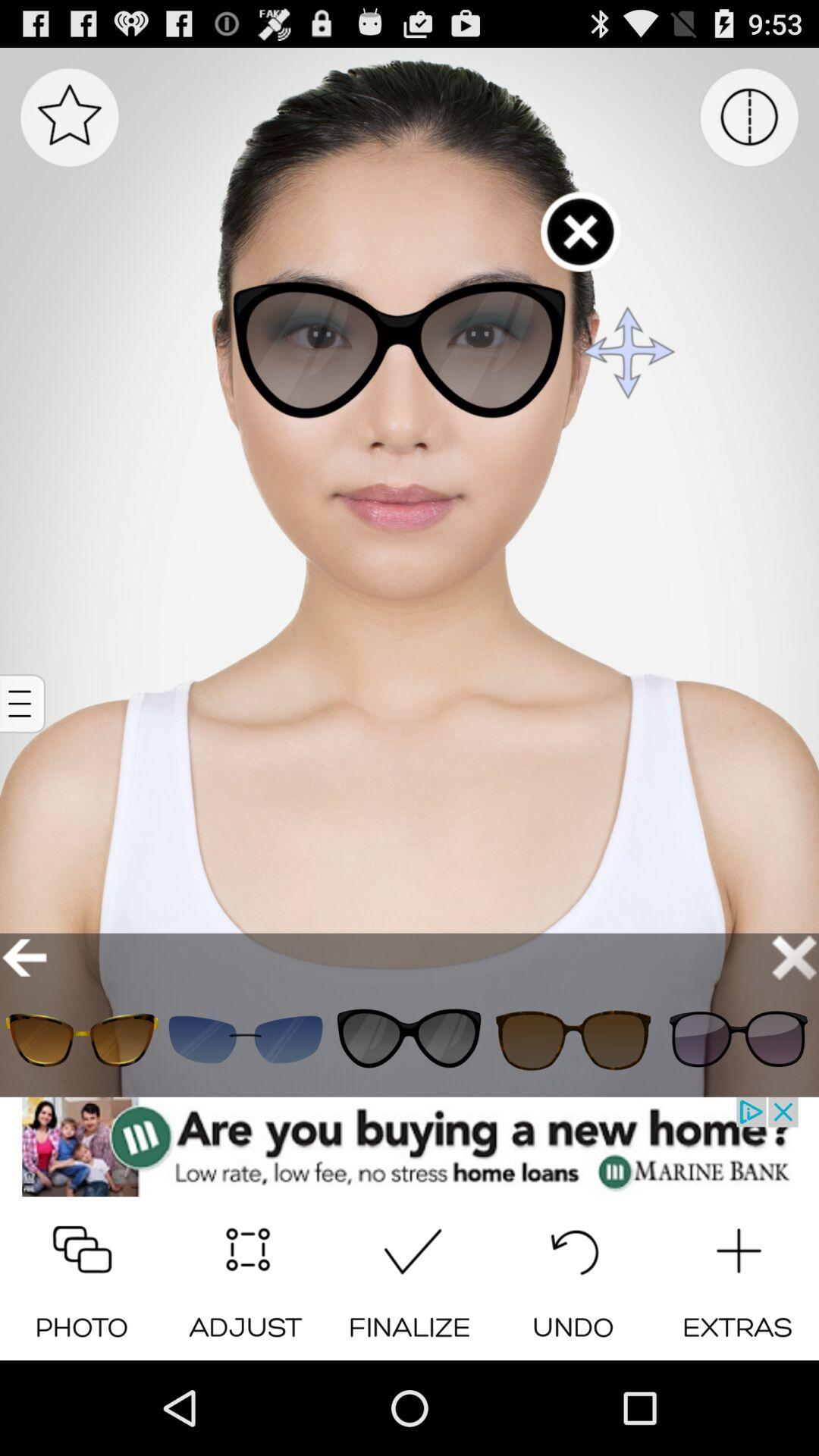 The image size is (819, 1456). What do you see at coordinates (24, 956) in the screenshot?
I see `back page` at bounding box center [24, 956].